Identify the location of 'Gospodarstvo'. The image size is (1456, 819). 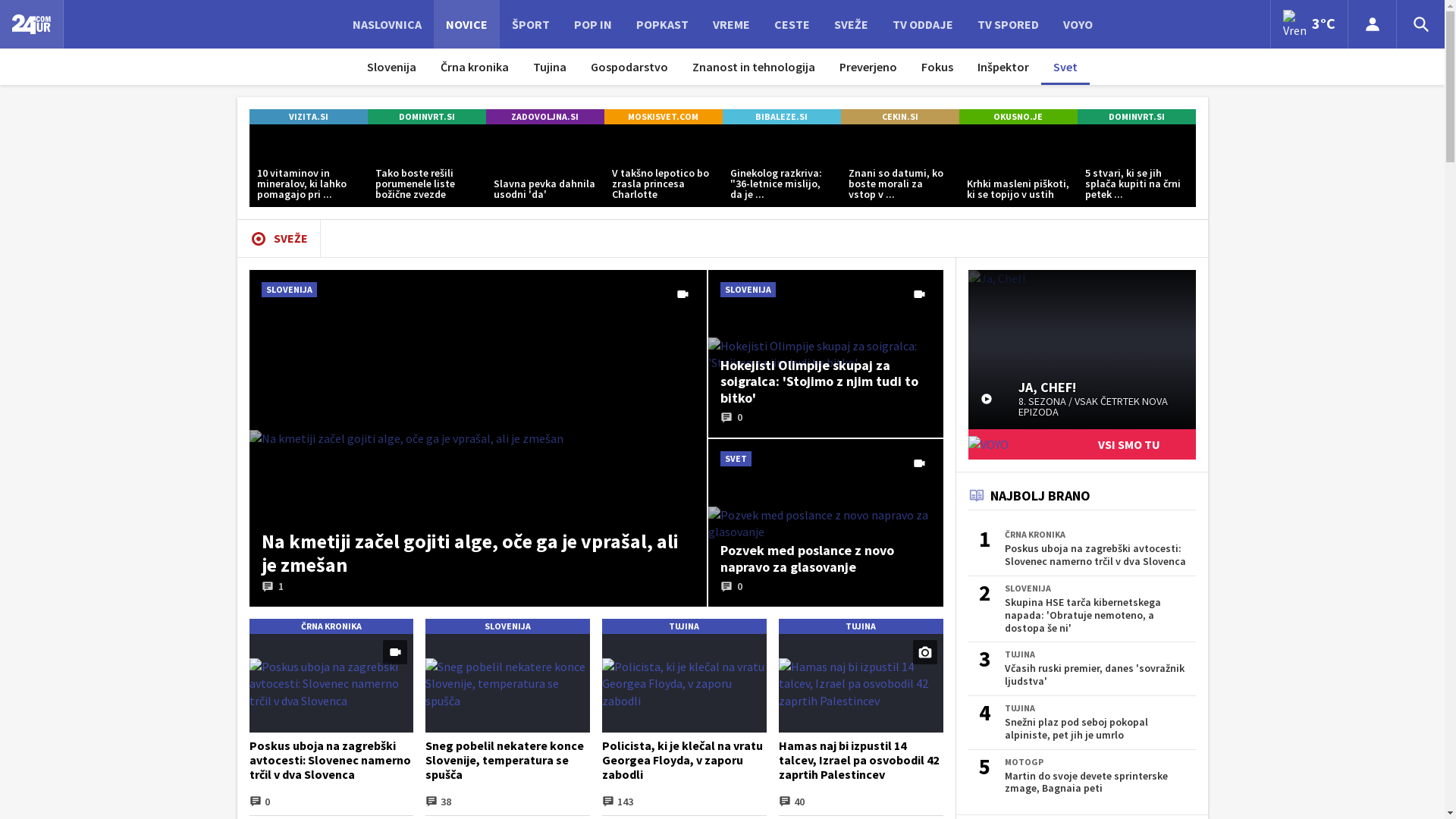
(578, 66).